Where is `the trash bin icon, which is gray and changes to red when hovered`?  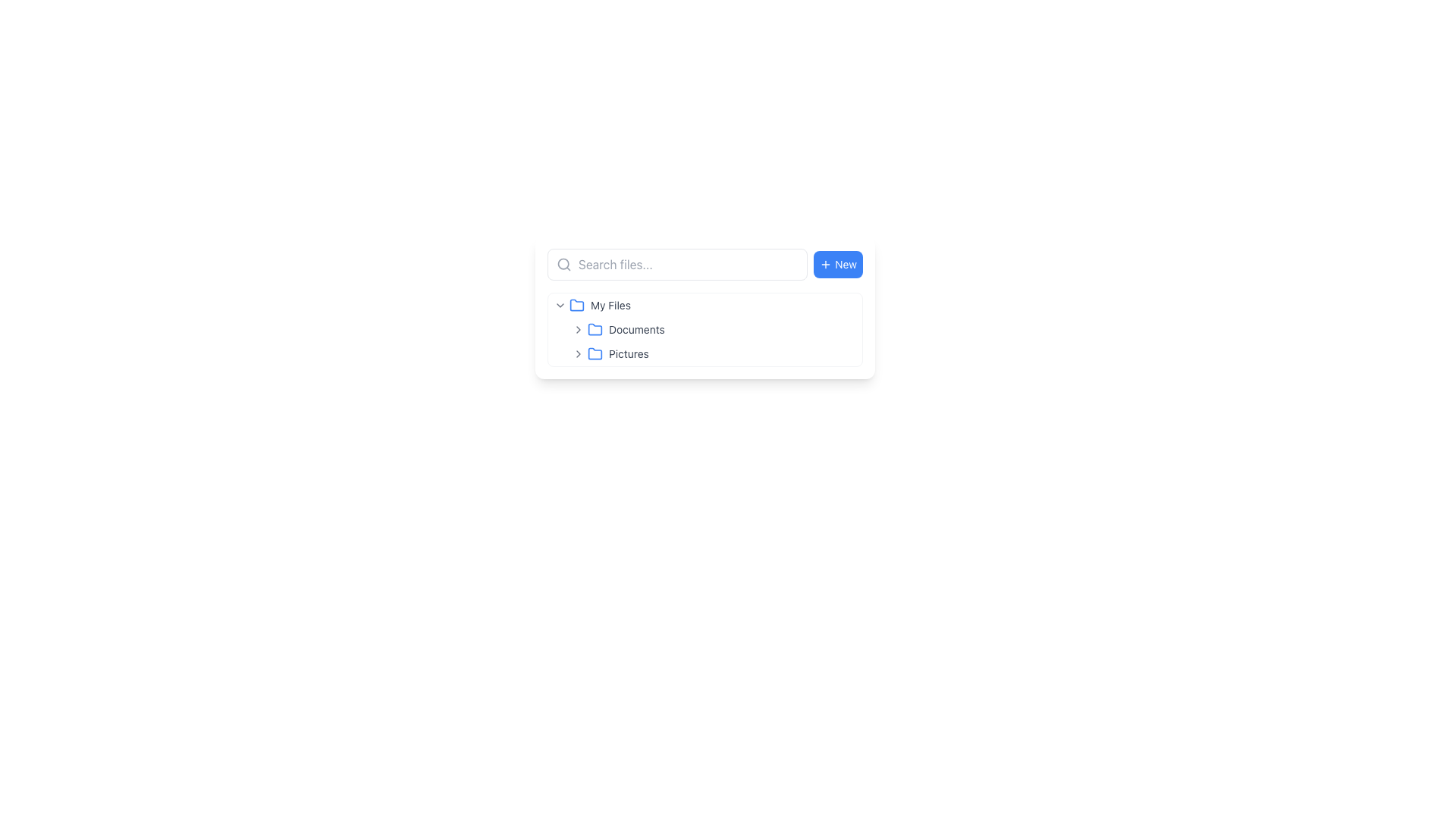 the trash bin icon, which is gray and changes to red when hovered is located at coordinates (850, 353).